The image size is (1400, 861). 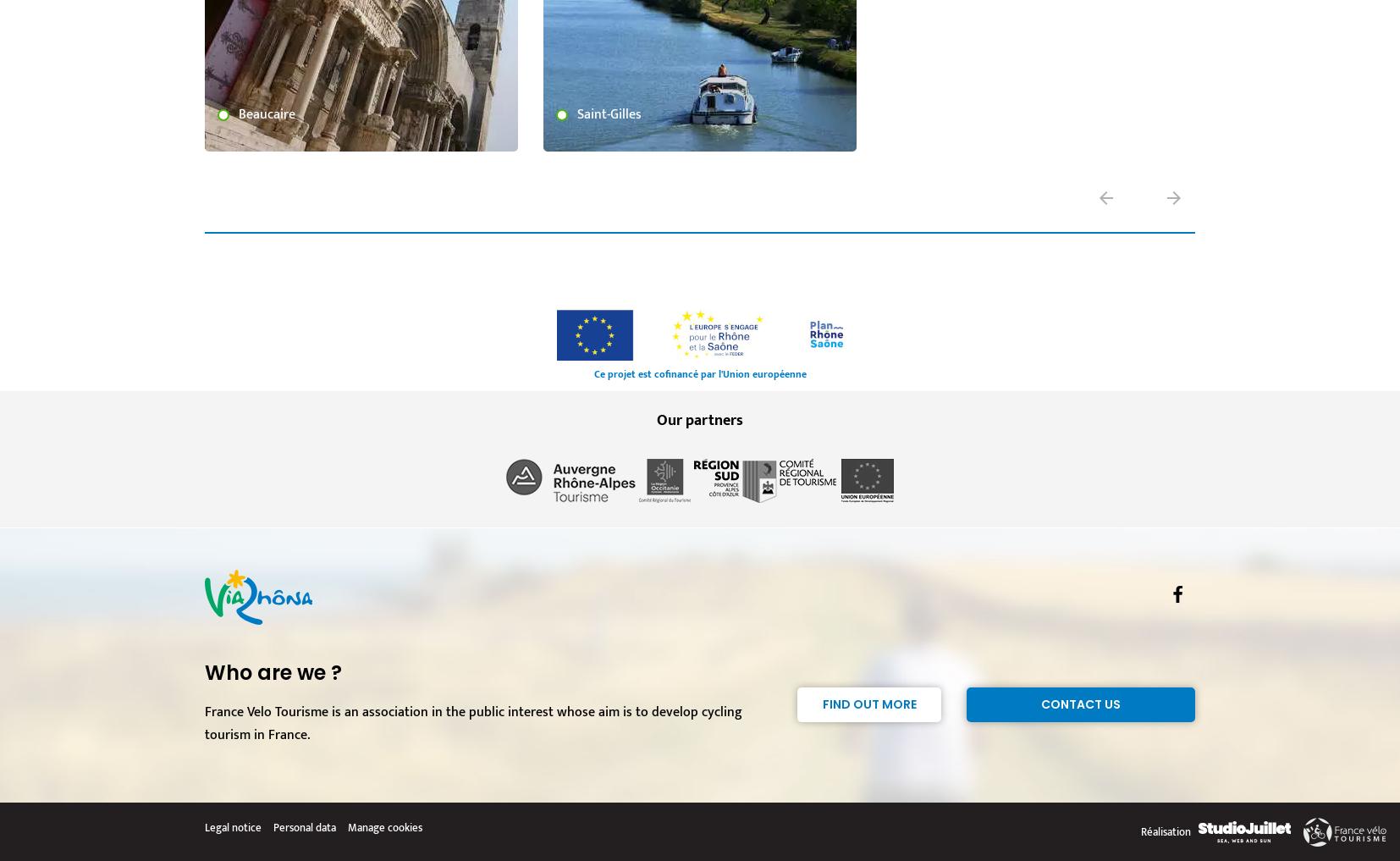 What do you see at coordinates (1081, 704) in the screenshot?
I see `'Contact Us'` at bounding box center [1081, 704].